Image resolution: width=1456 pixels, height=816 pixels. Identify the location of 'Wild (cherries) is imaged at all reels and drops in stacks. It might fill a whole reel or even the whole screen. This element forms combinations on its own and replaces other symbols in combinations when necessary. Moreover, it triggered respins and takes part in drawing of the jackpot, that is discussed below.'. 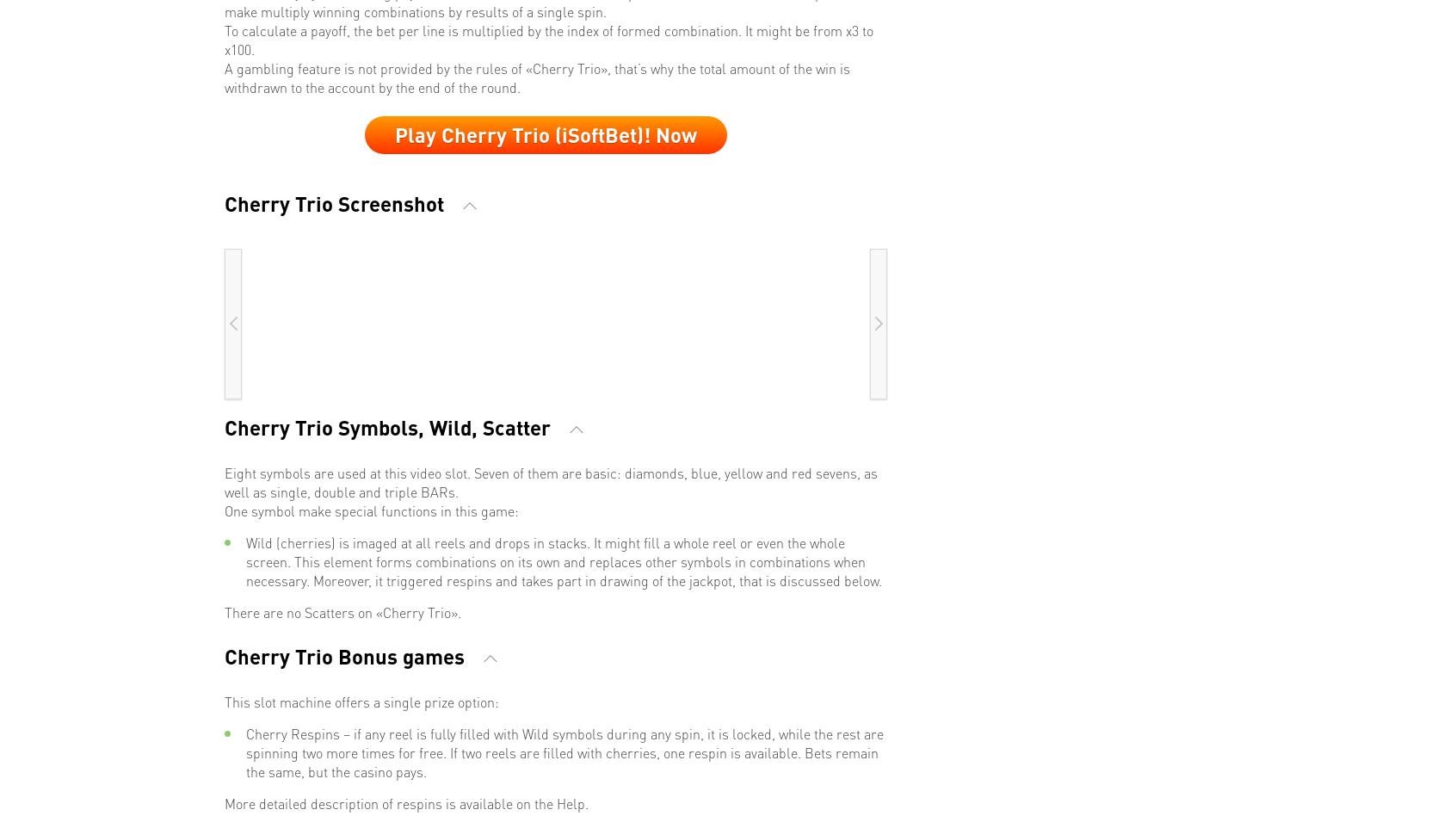
(564, 559).